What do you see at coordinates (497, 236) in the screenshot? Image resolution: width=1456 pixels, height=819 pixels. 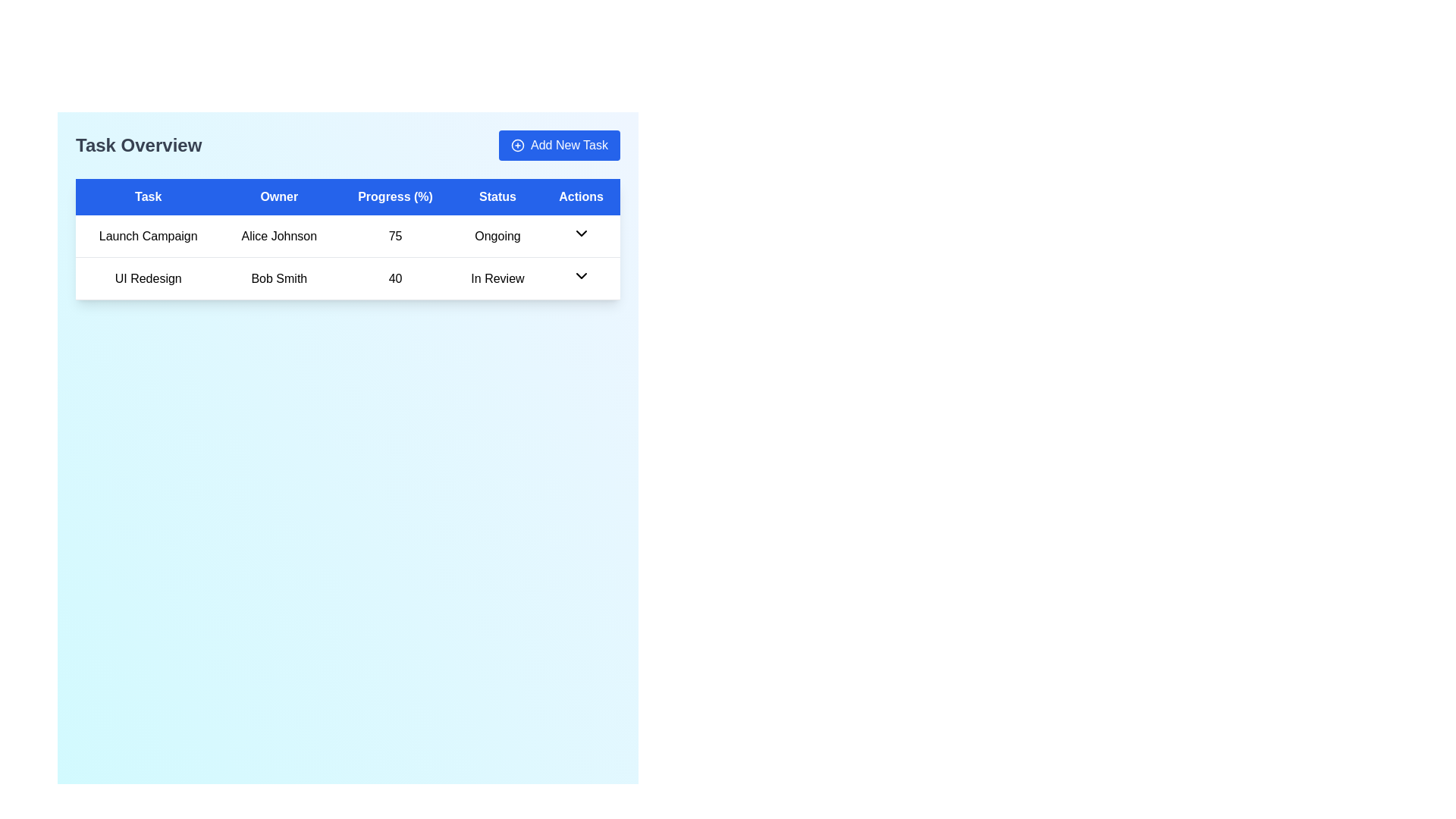 I see `the 'Ongoing' text label in the fourth column of the first row under the 'Status' heading, which is styled in black text on a white background` at bounding box center [497, 236].